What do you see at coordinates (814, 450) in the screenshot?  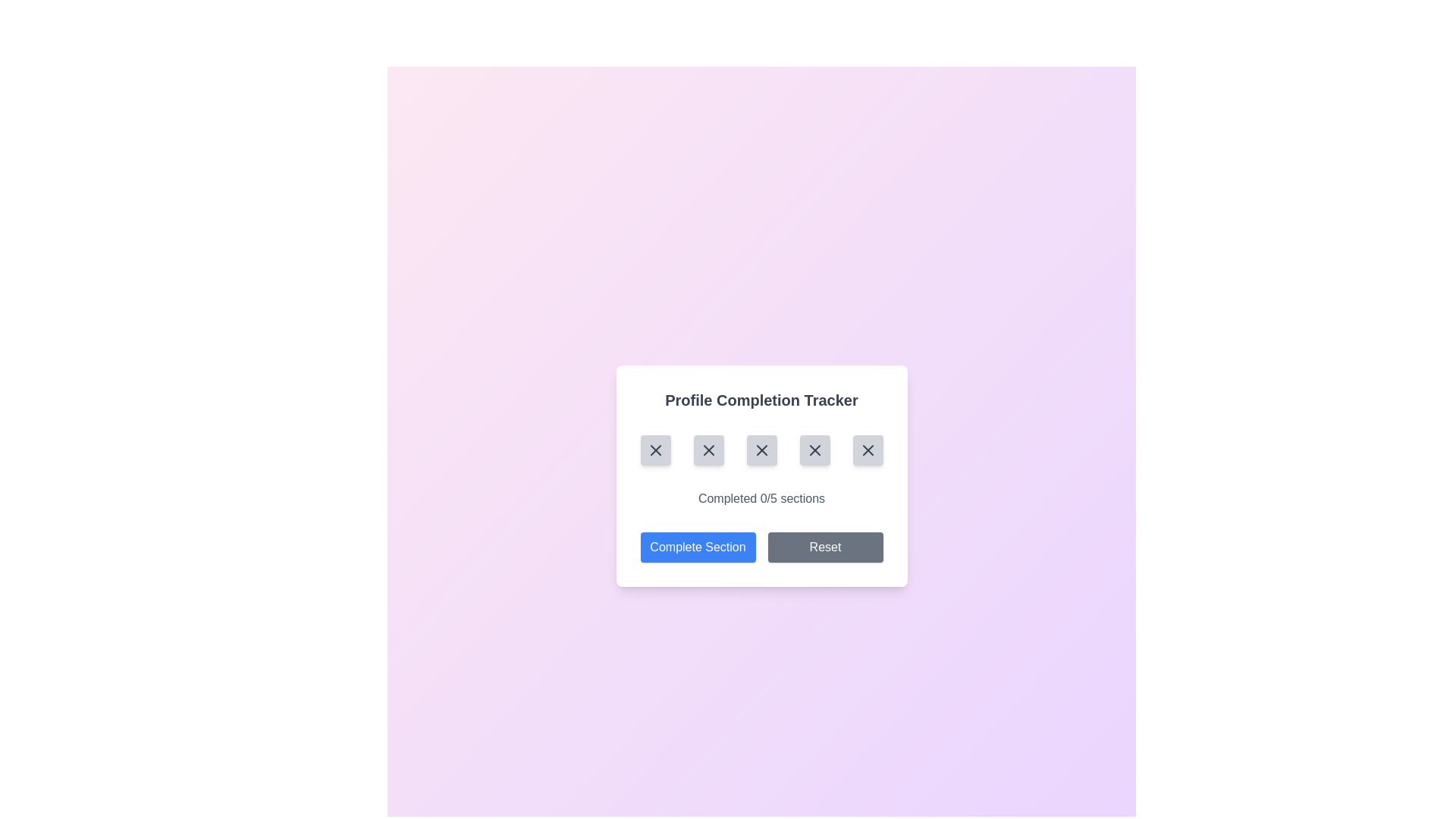 I see `the fourth 'X' icon in the profile completion tracker, which is located above the text stating 'Completed 0/5 sections'` at bounding box center [814, 450].